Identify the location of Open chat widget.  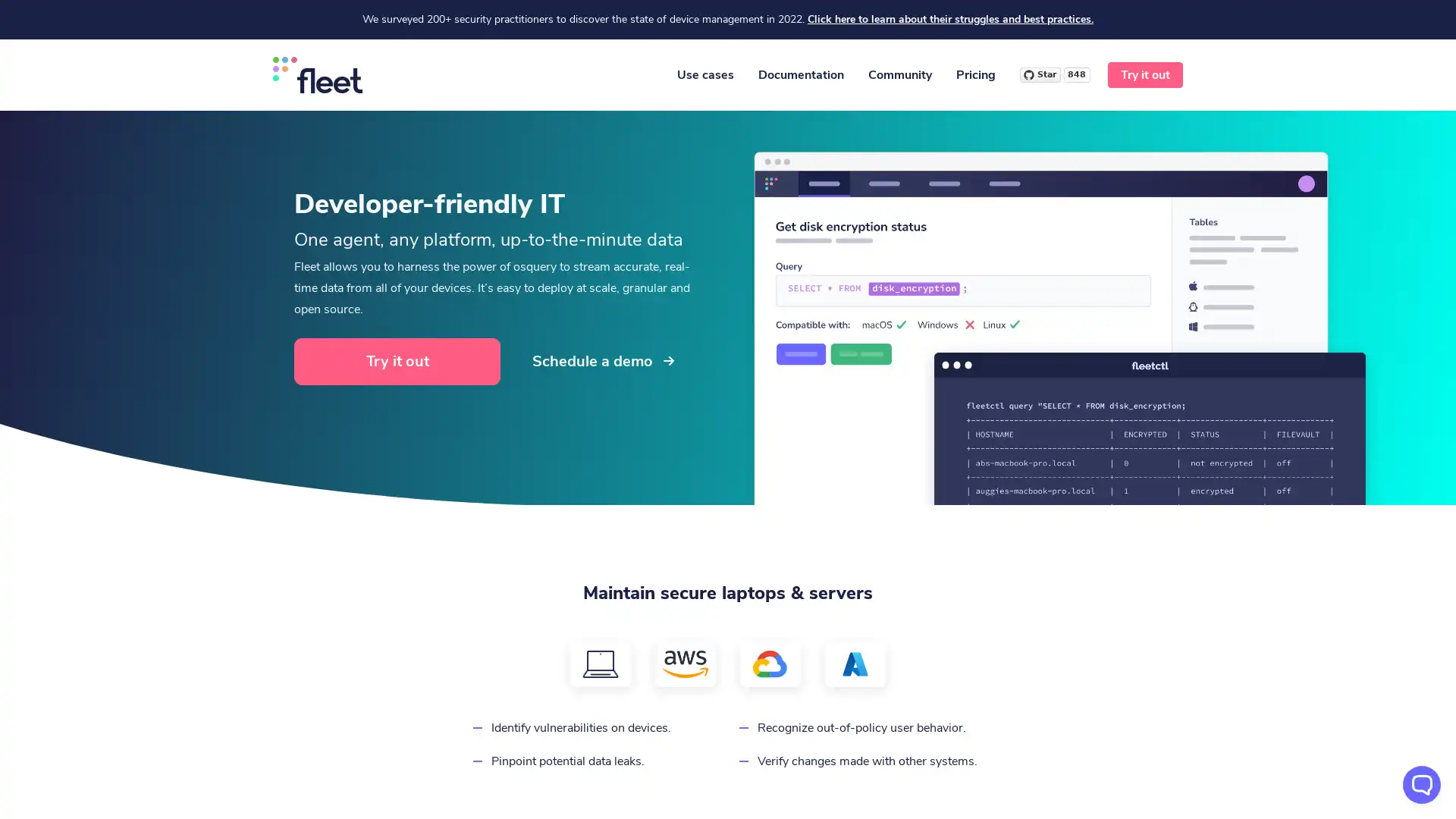
(1421, 784).